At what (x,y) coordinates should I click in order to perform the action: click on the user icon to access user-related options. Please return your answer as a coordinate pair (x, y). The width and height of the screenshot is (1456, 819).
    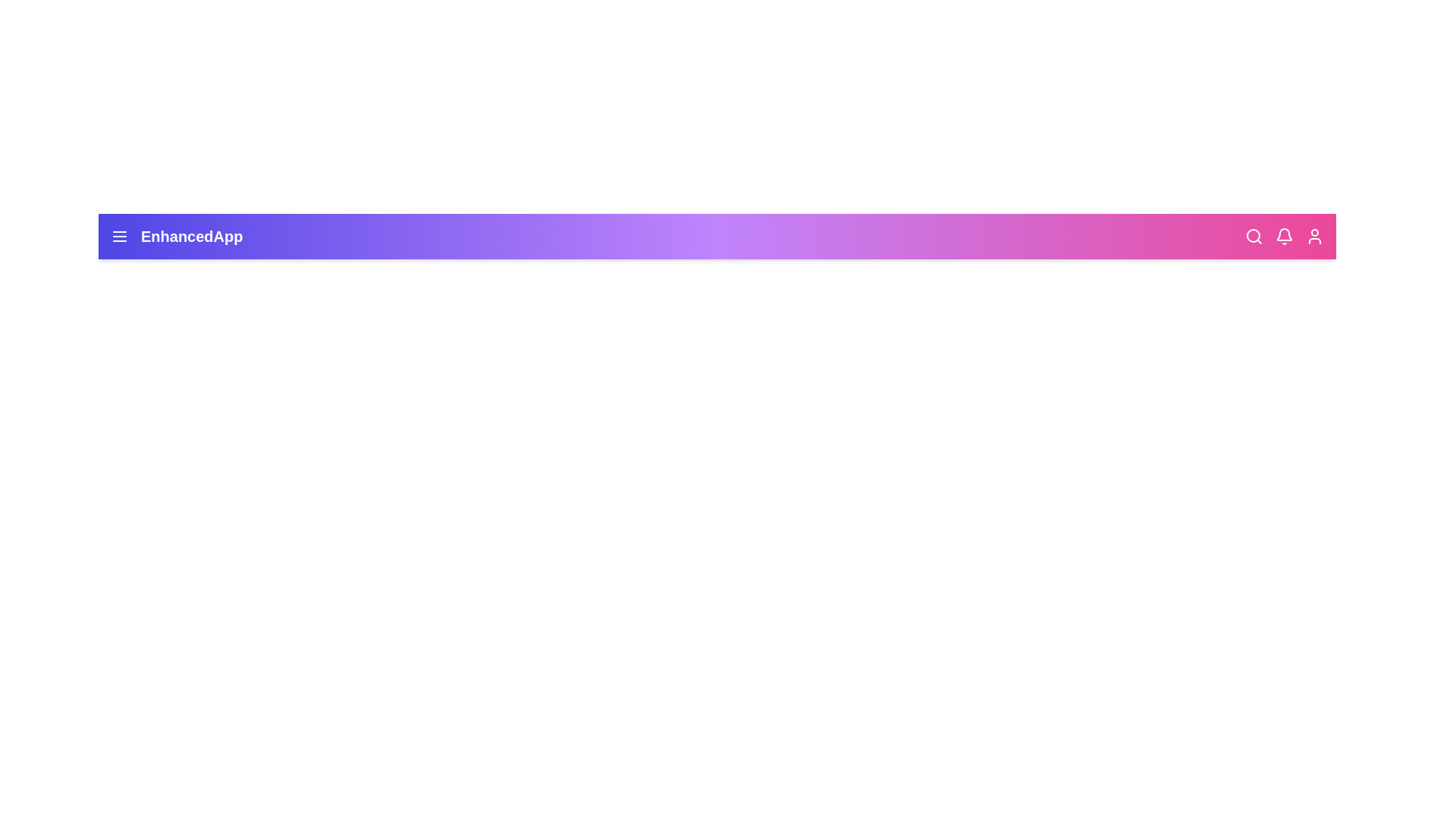
    Looking at the image, I should click on (1313, 237).